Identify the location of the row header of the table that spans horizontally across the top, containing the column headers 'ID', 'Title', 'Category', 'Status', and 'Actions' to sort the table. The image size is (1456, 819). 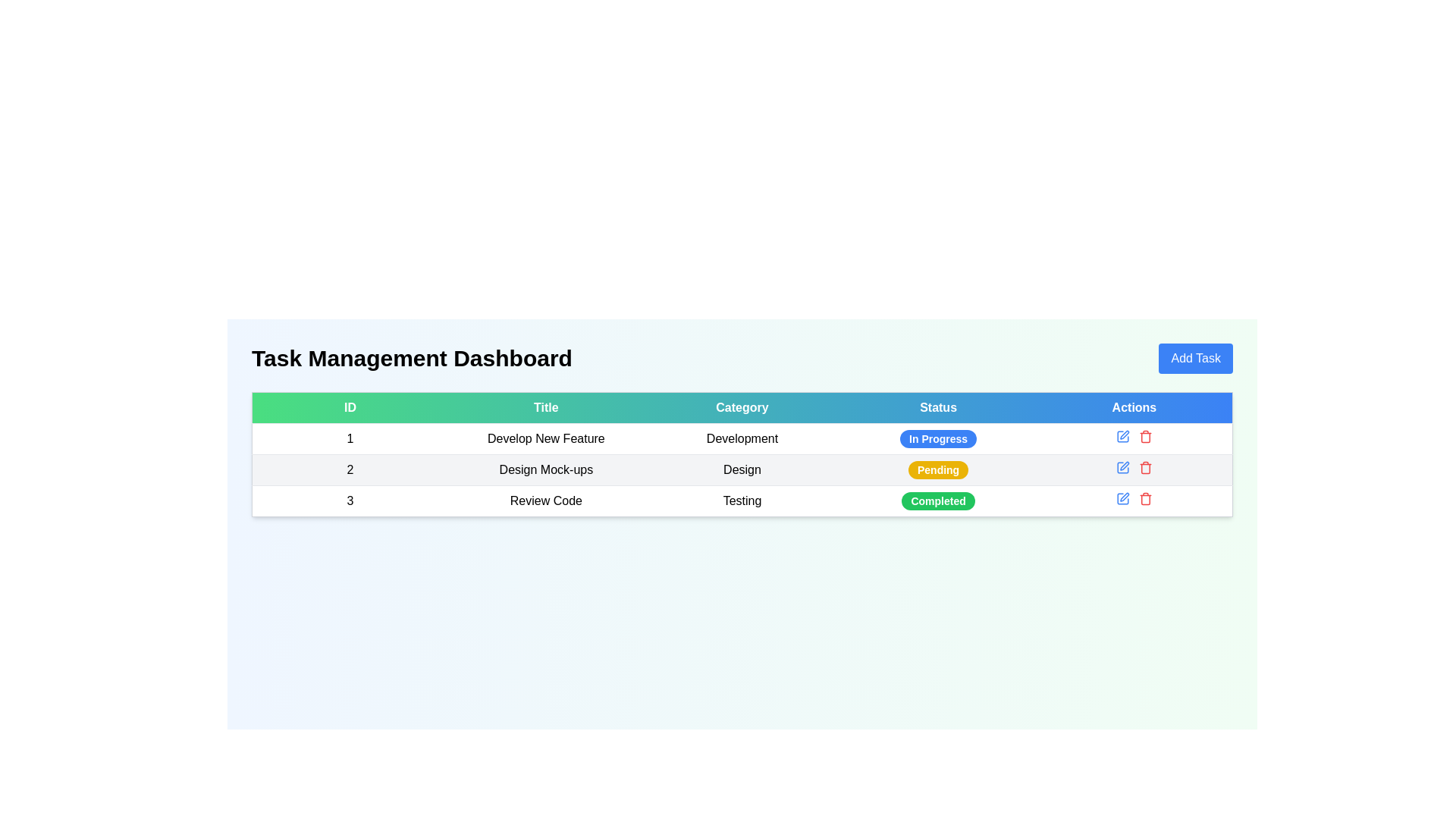
(742, 406).